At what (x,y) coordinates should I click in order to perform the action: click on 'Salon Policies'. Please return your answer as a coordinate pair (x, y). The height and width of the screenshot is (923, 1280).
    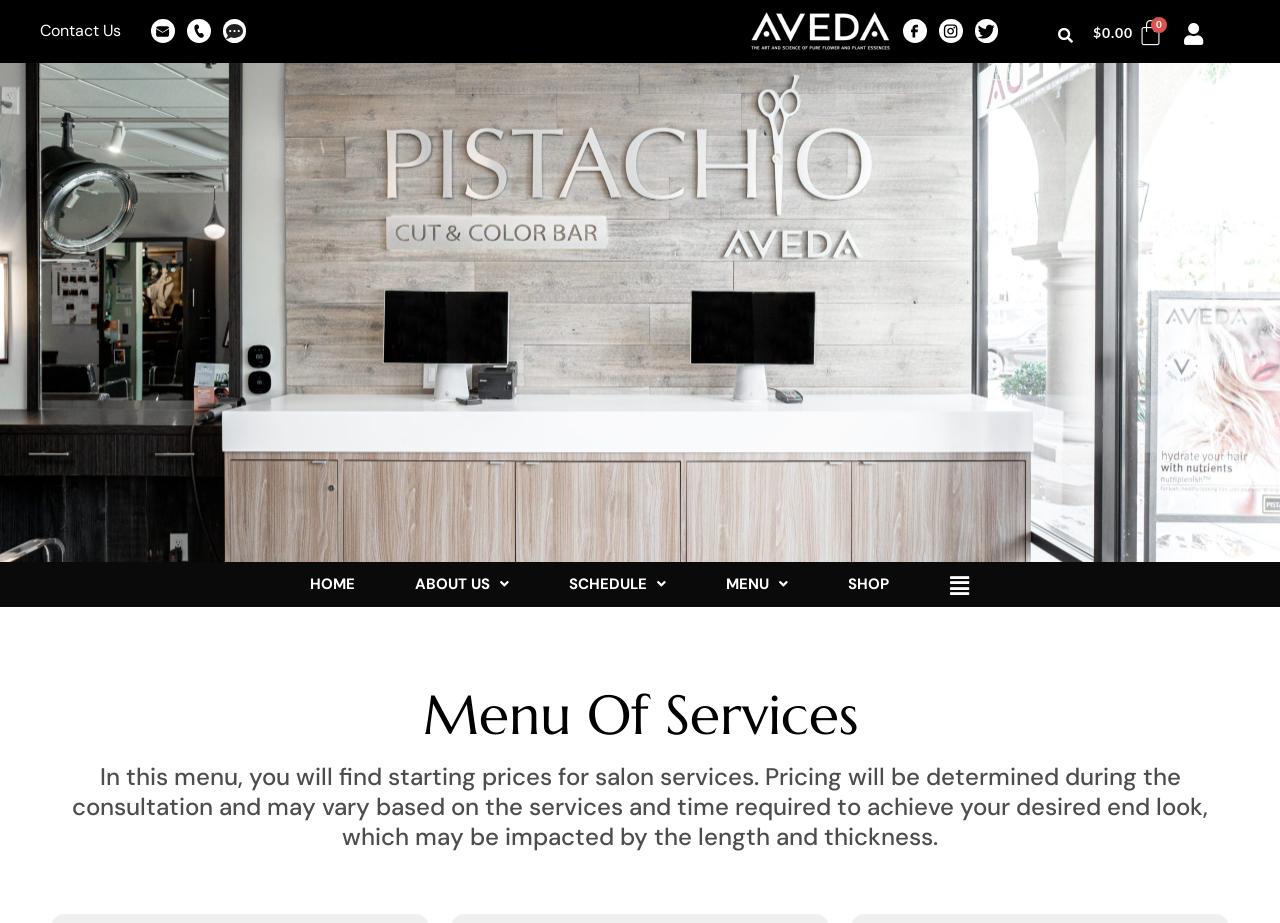
    Looking at the image, I should click on (637, 672).